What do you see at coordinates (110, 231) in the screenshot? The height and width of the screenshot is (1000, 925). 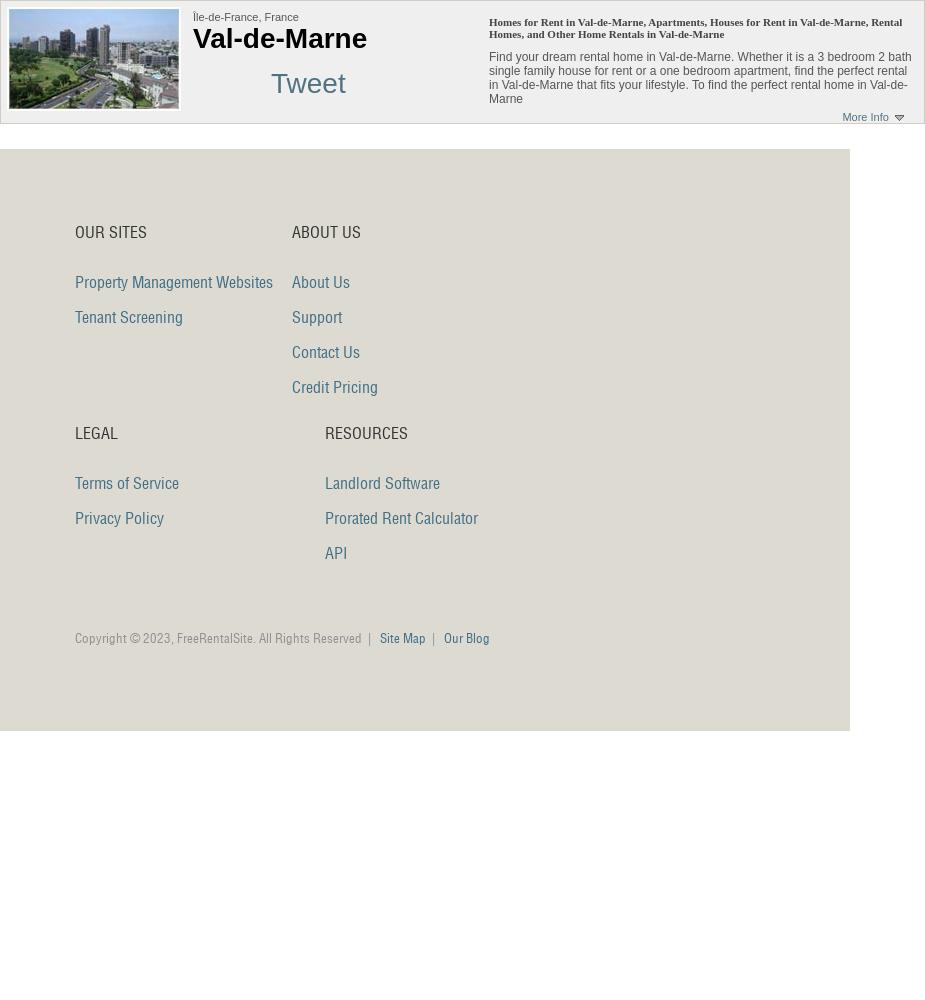 I see `'Our Sites'` at bounding box center [110, 231].